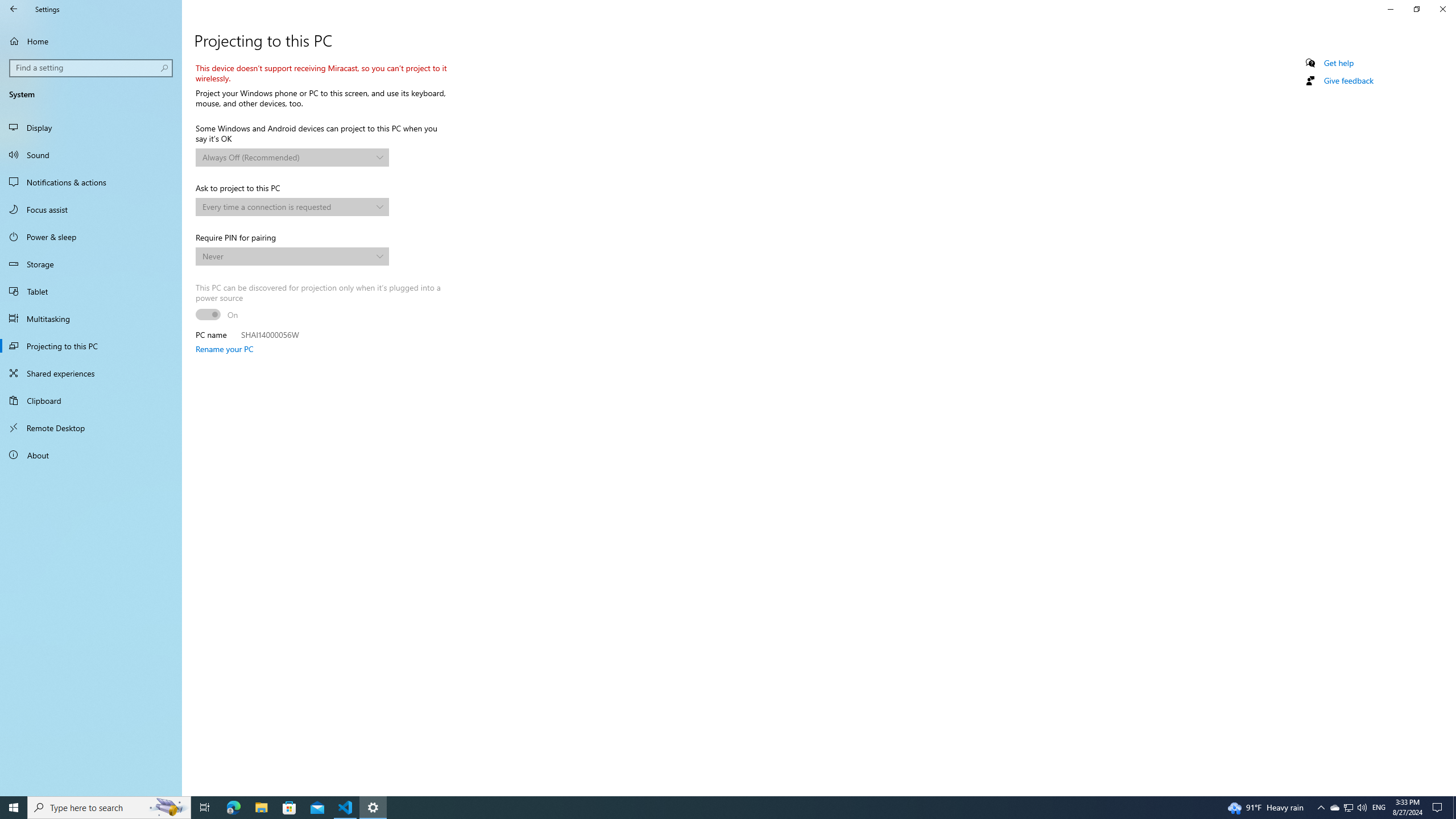 Image resolution: width=1456 pixels, height=819 pixels. I want to click on 'Notifications & actions', so click(90, 181).